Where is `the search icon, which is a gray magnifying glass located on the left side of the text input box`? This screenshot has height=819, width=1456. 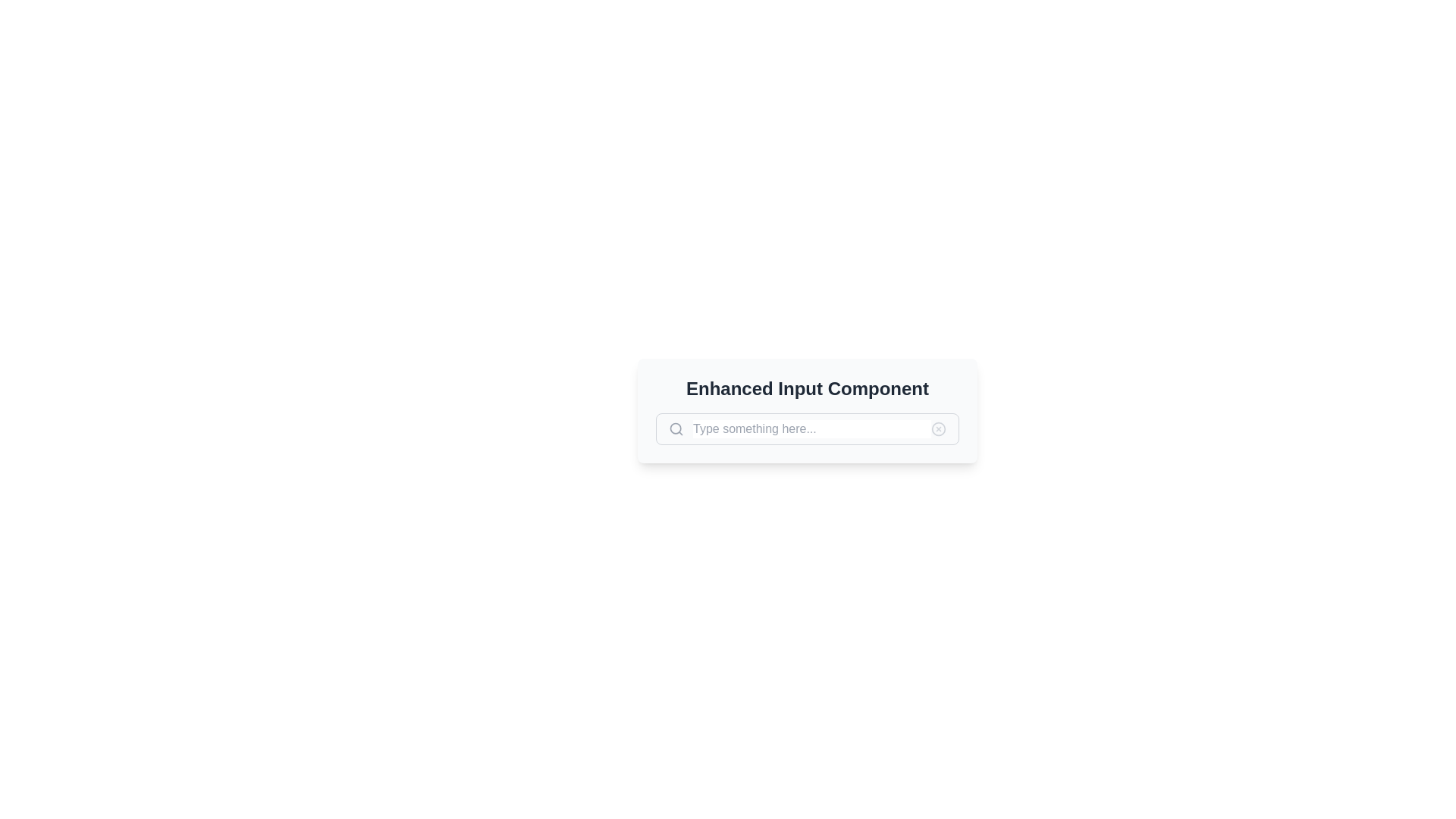 the search icon, which is a gray magnifying glass located on the left side of the text input box is located at coordinates (676, 429).